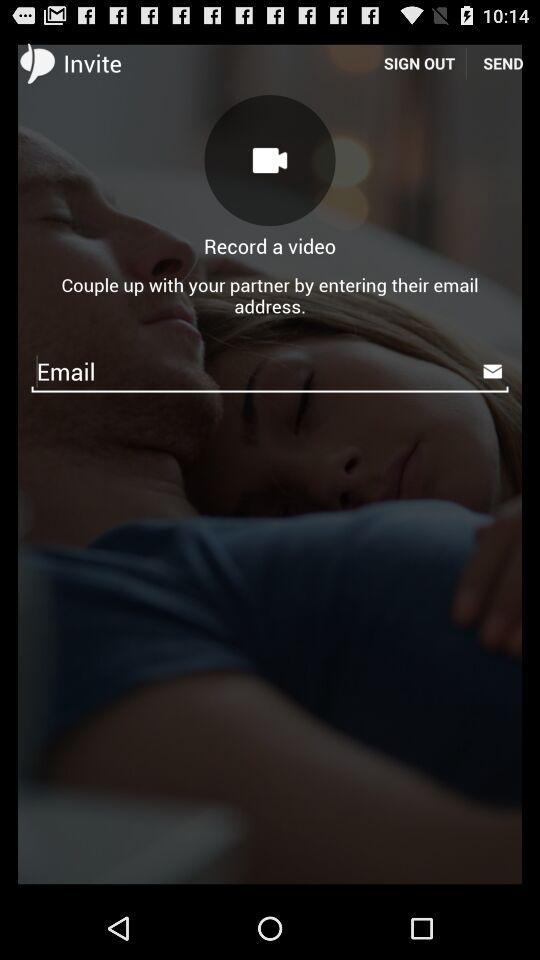 The width and height of the screenshot is (540, 960). I want to click on the item above the couple up with icon, so click(418, 62).